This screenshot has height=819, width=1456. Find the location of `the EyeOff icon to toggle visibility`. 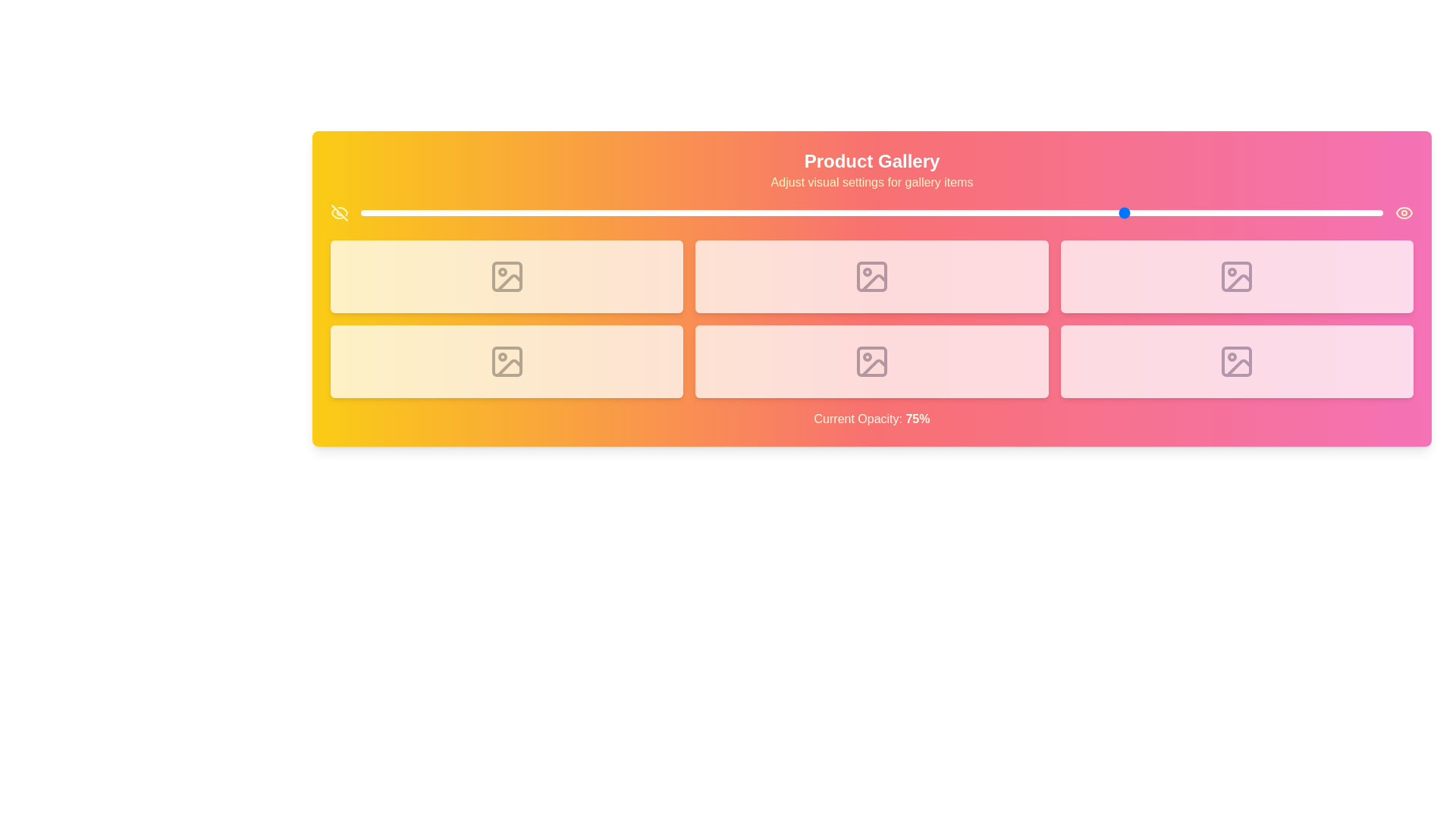

the EyeOff icon to toggle visibility is located at coordinates (338, 213).